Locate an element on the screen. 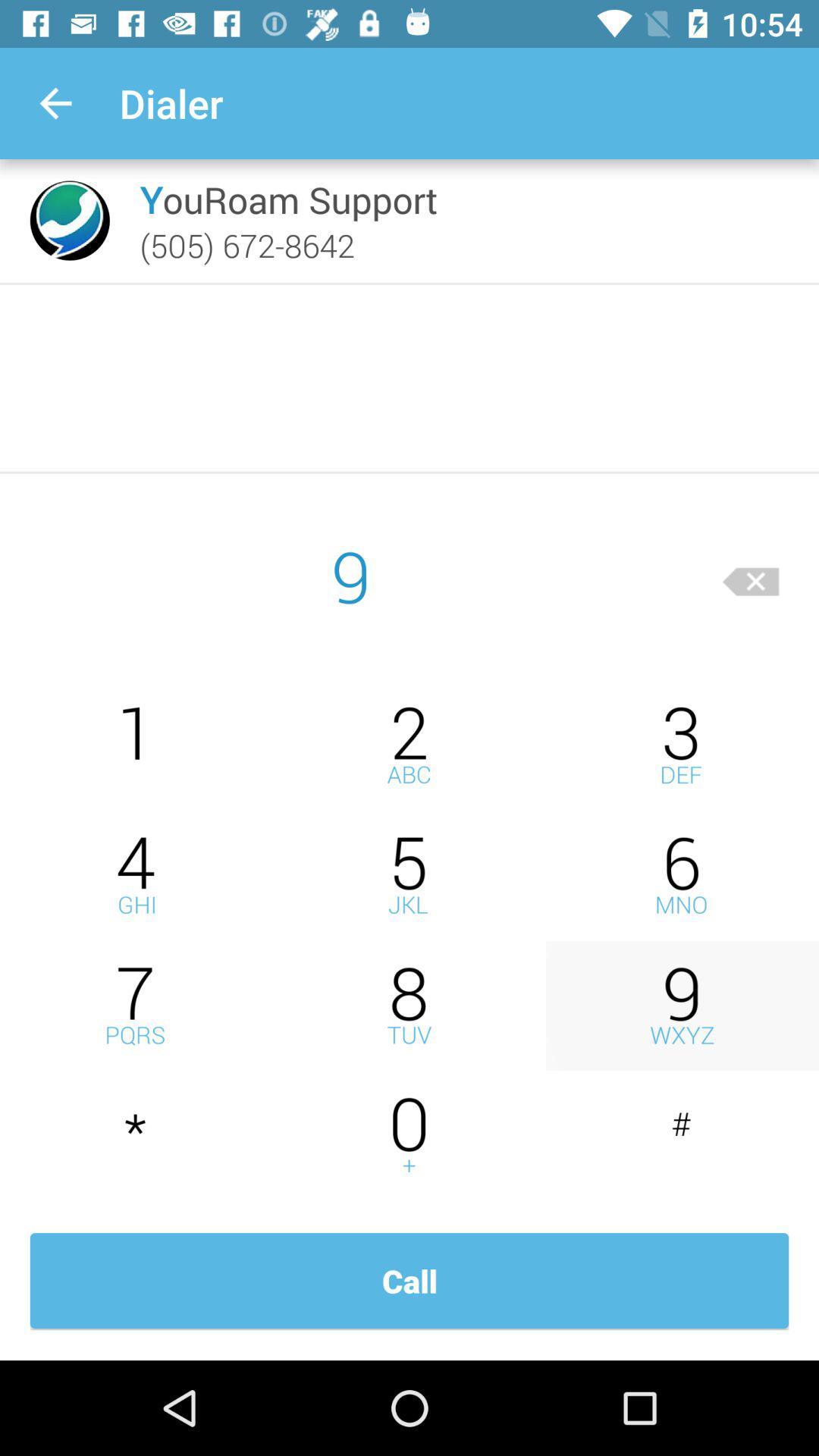 The width and height of the screenshot is (819, 1456). it describe number is located at coordinates (409, 875).